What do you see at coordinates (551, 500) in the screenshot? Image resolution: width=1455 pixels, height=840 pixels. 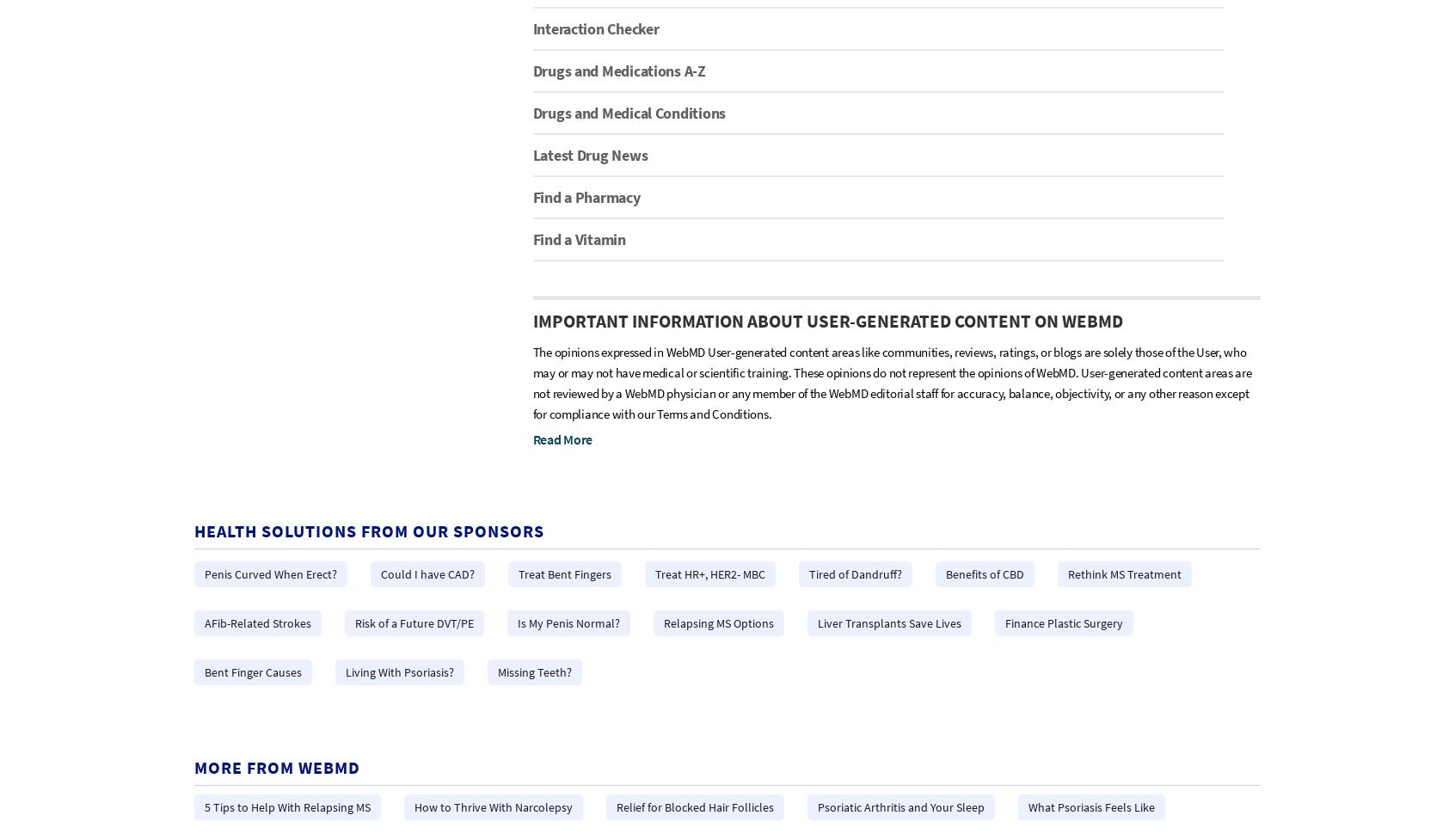 I see `'and'` at bounding box center [551, 500].